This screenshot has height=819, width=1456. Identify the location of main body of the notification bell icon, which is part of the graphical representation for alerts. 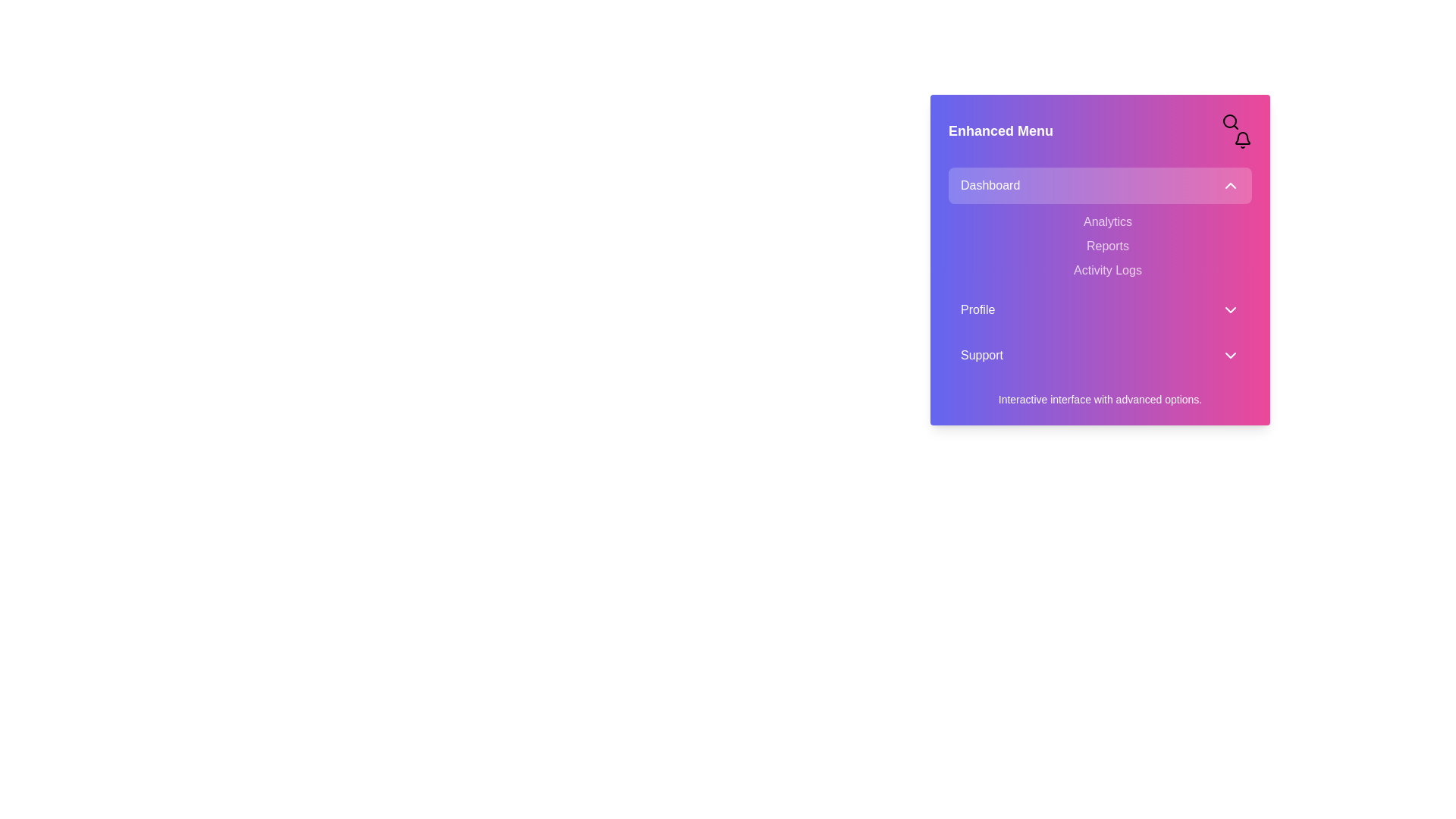
(1242, 138).